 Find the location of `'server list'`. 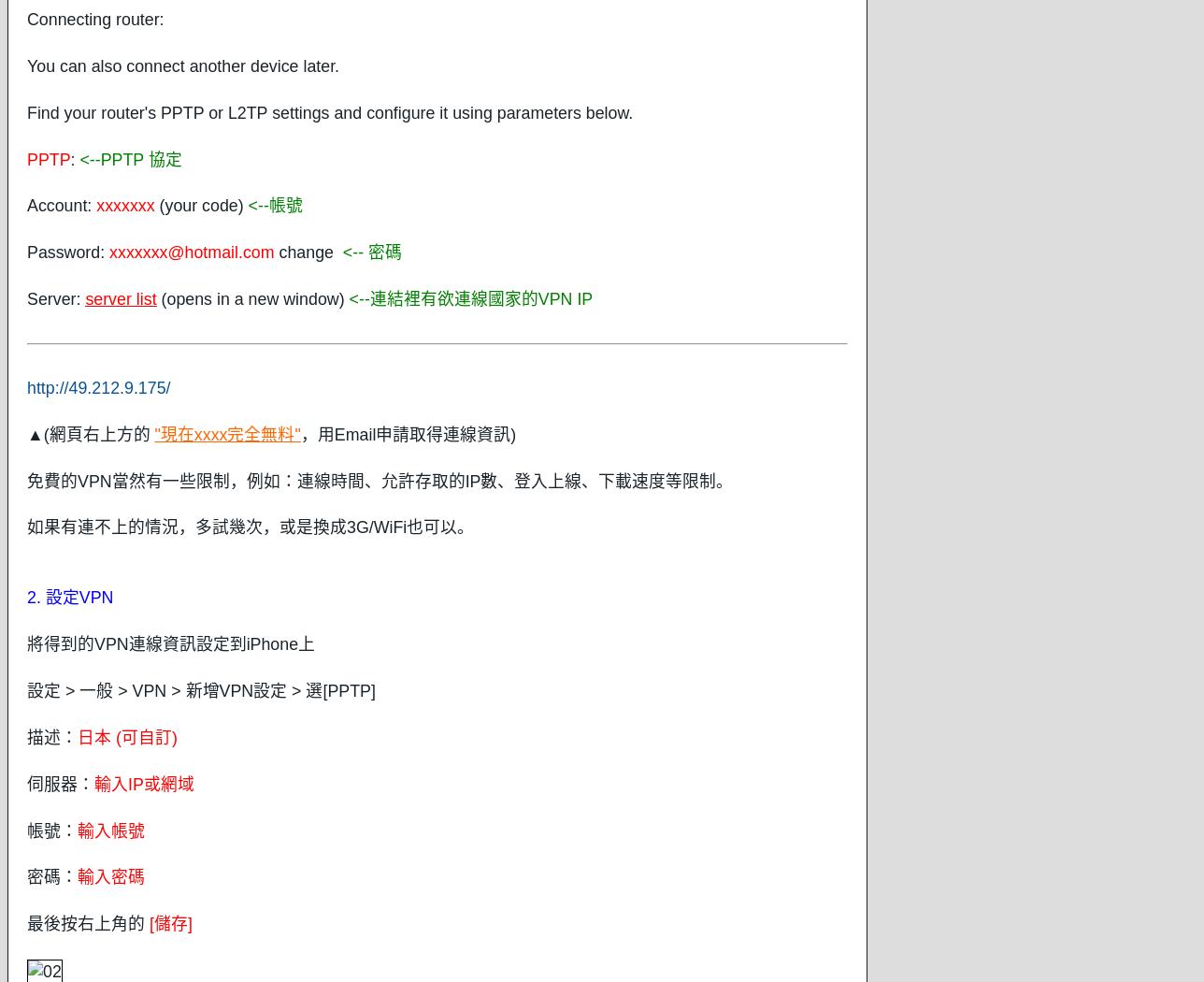

'server list' is located at coordinates (121, 299).